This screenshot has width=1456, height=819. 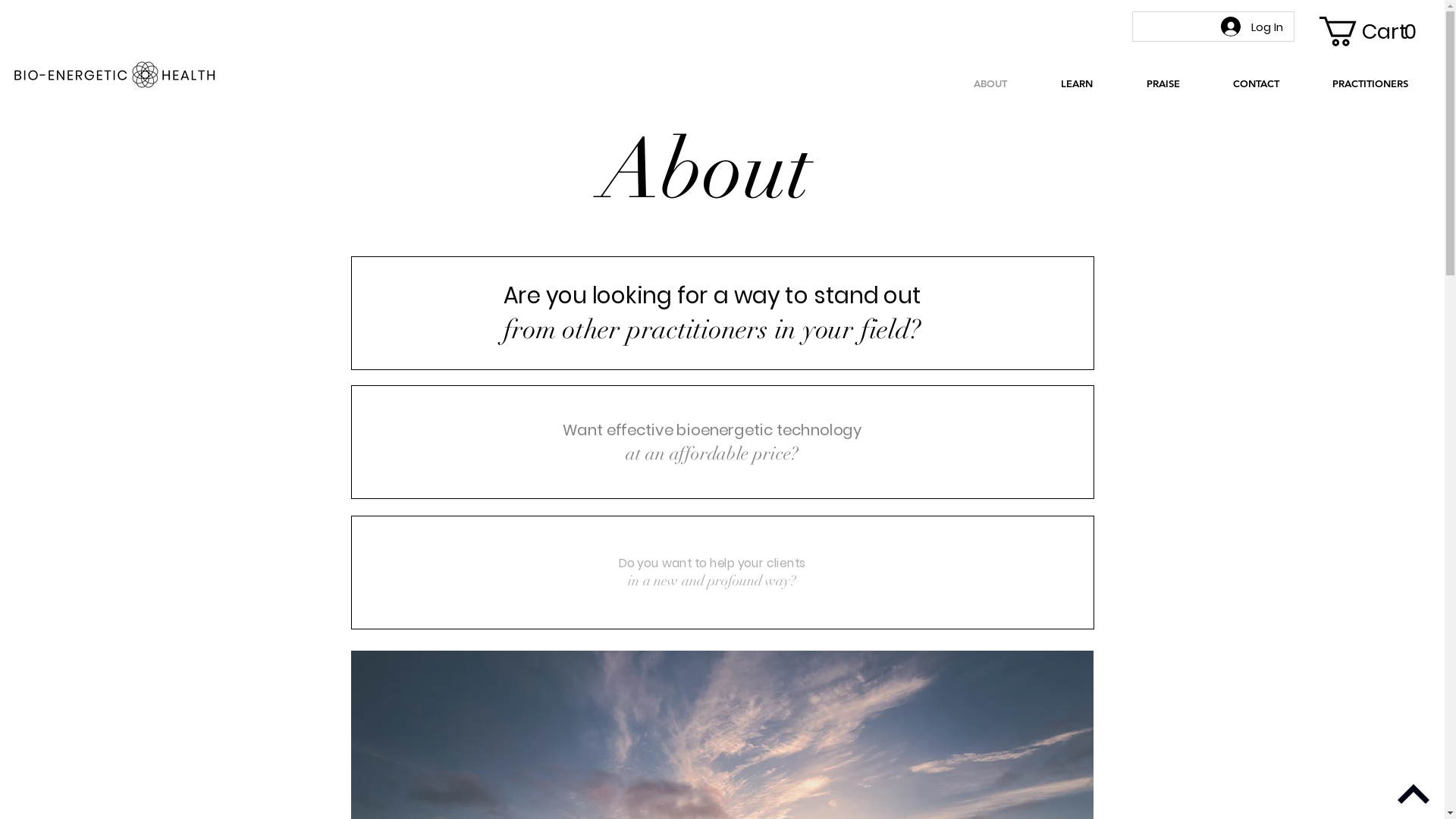 I want to click on 'CONTACT', so click(x=1205, y=83).